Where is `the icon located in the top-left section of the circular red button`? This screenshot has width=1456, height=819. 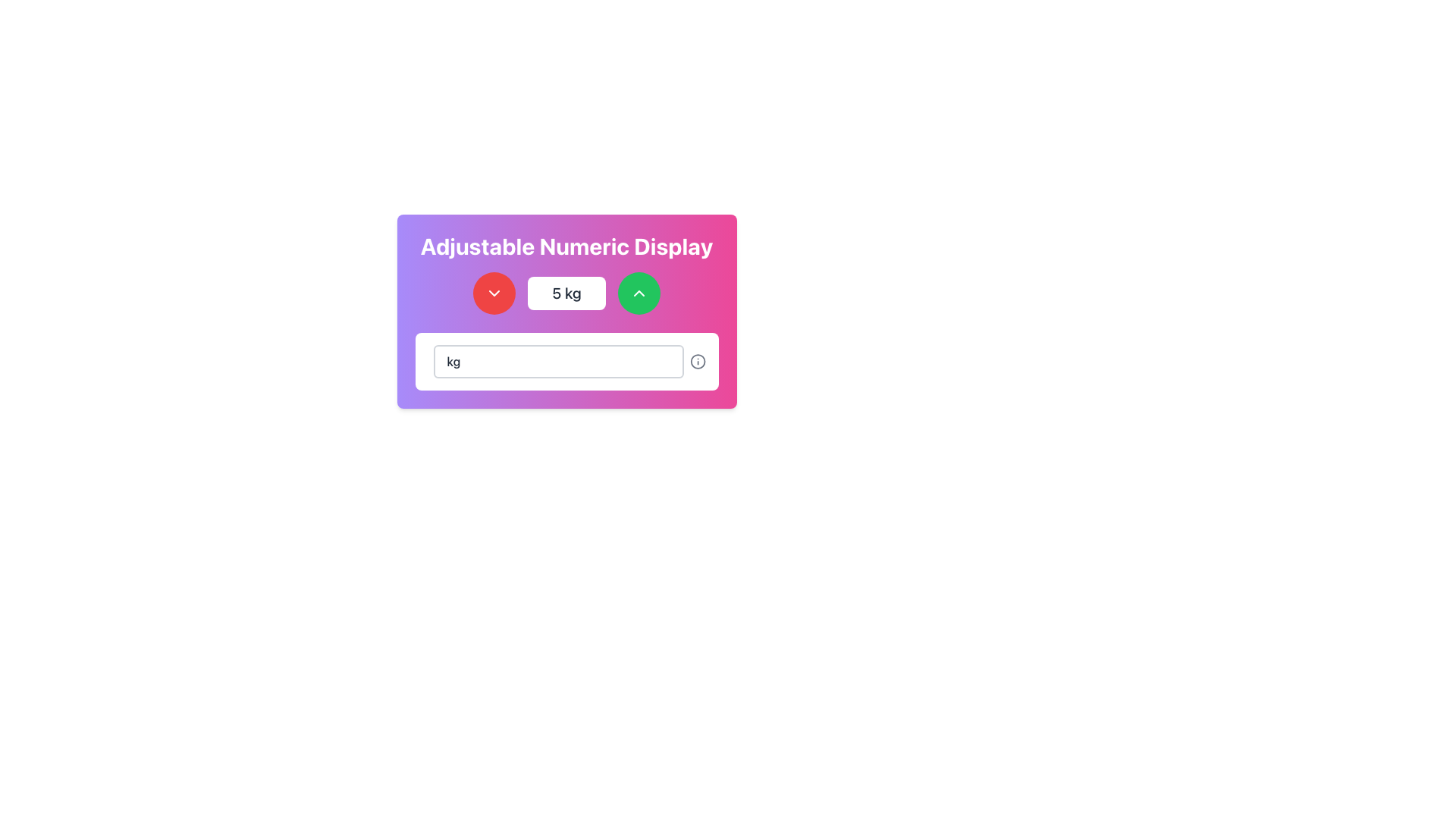 the icon located in the top-left section of the circular red button is located at coordinates (494, 293).